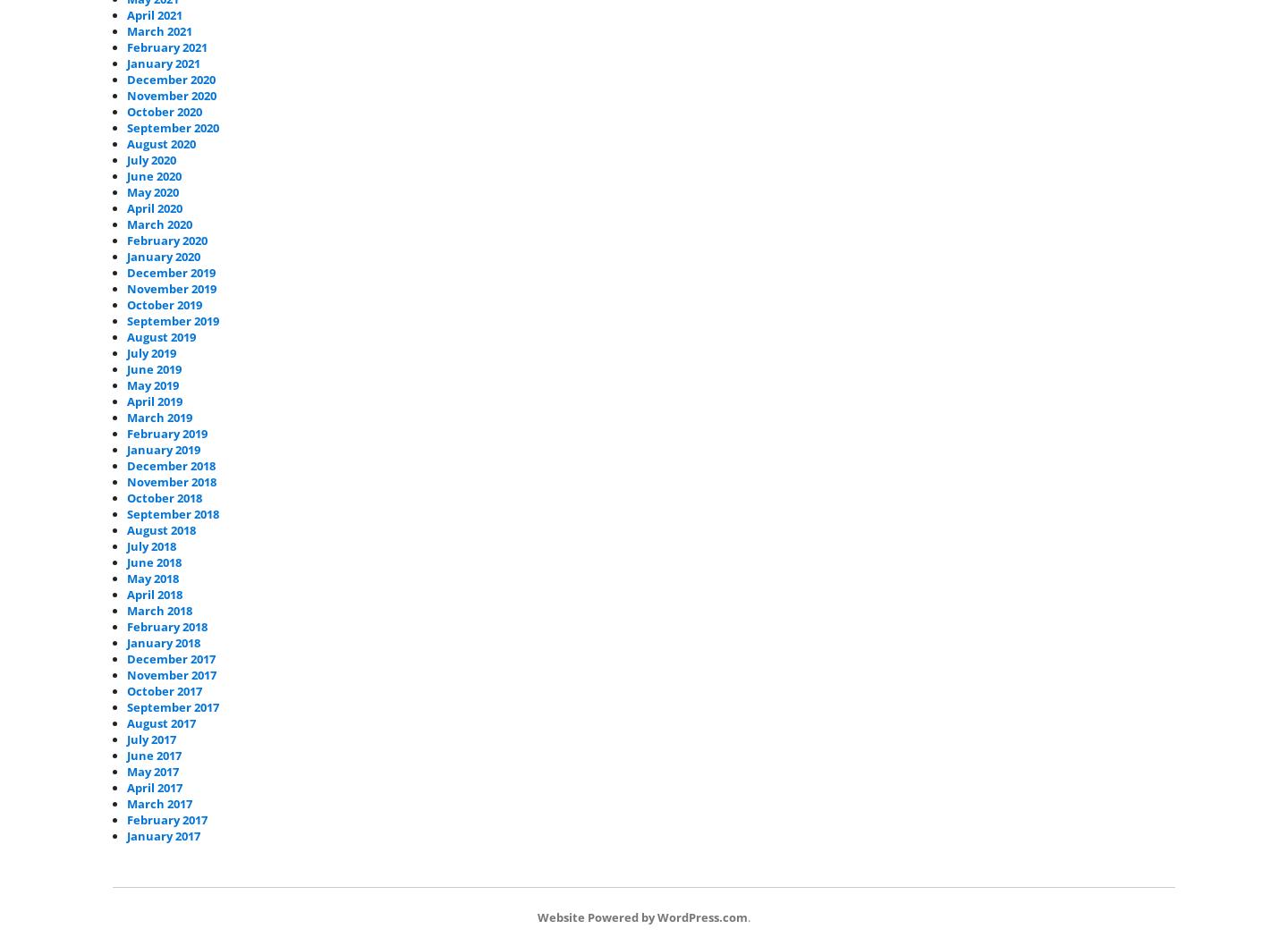 This screenshot has height=946, width=1288. I want to click on 'May 2018', so click(151, 577).